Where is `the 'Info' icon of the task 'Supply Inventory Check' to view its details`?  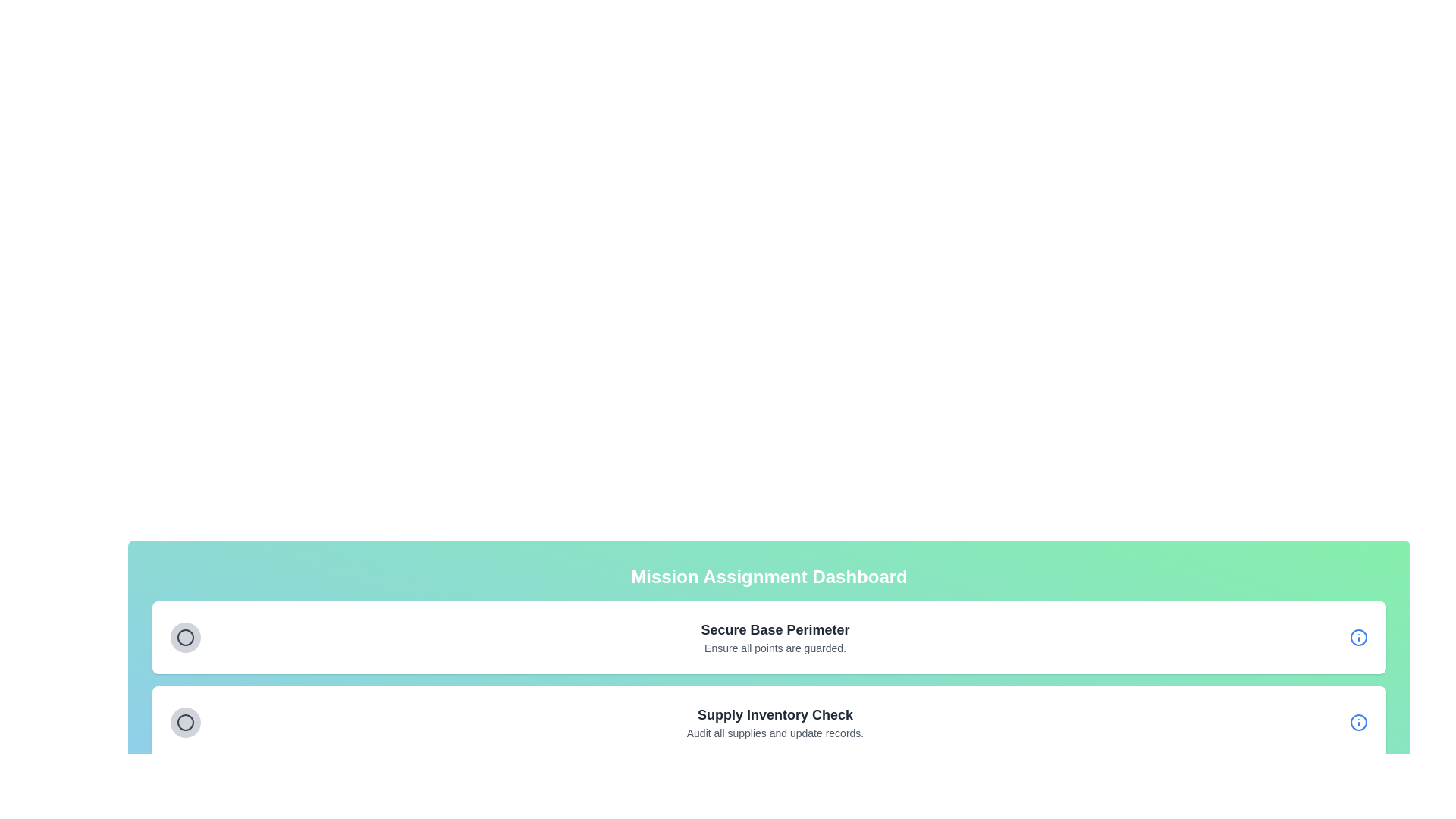
the 'Info' icon of the task 'Supply Inventory Check' to view its details is located at coordinates (1358, 721).